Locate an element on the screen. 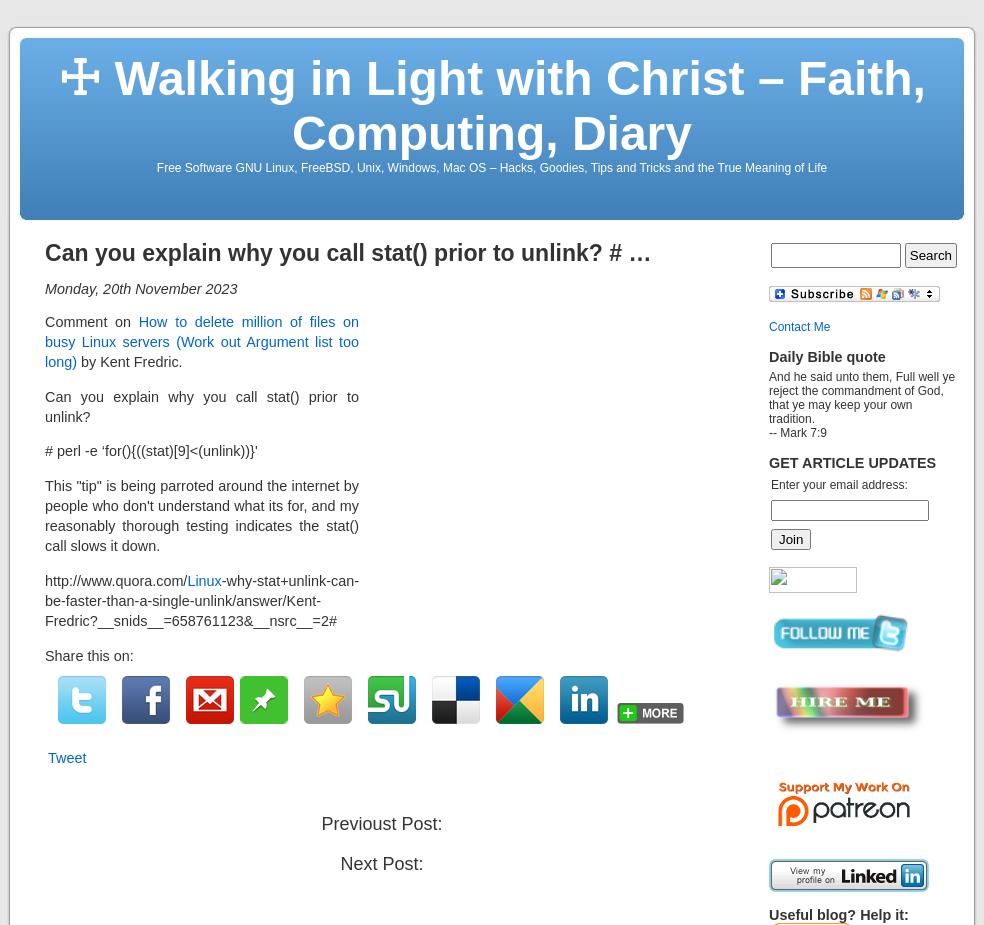  'Useful blog? Help it:' is located at coordinates (837, 915).